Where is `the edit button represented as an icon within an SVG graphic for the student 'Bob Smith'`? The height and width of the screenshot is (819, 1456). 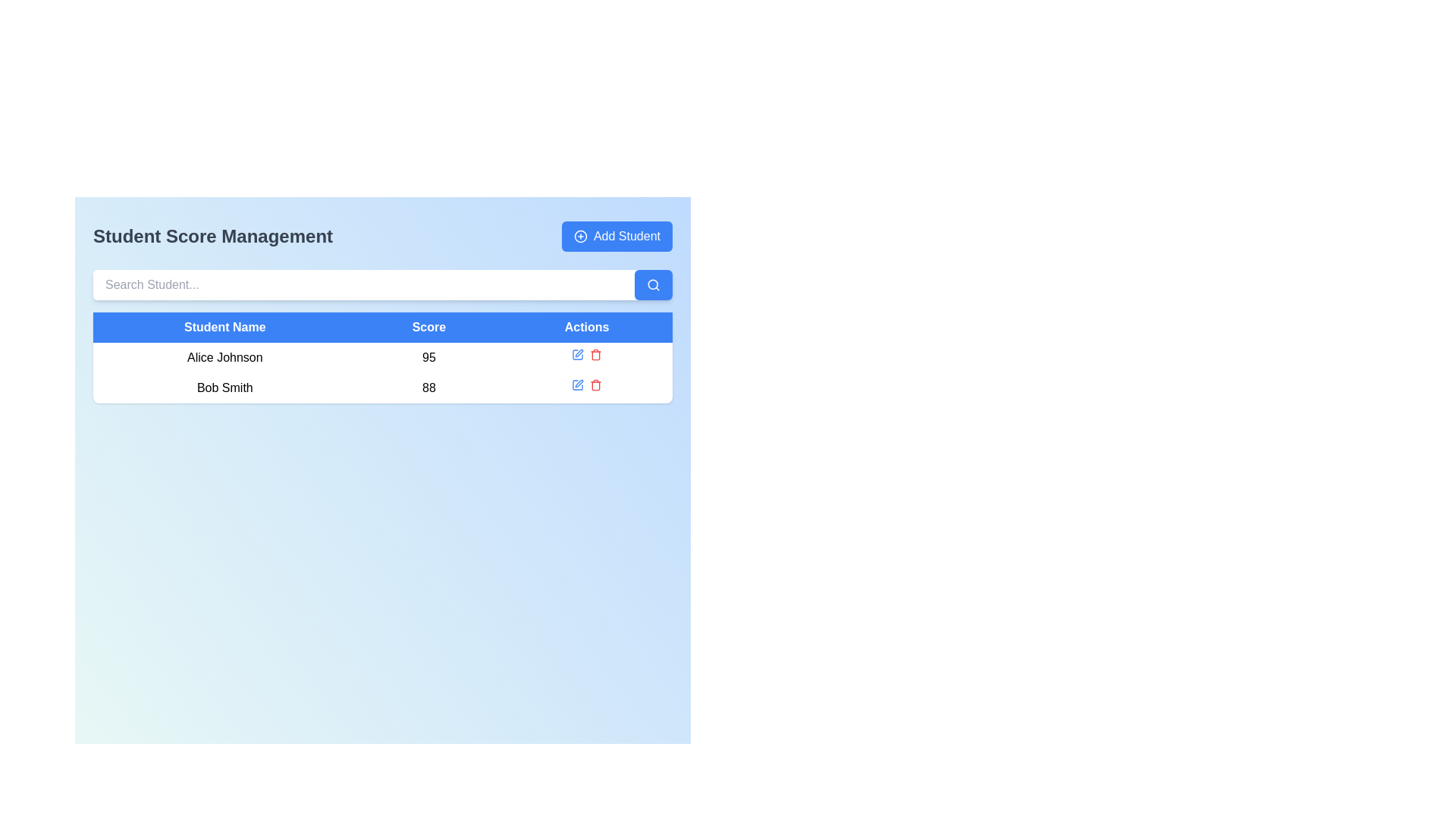 the edit button represented as an icon within an SVG graphic for the student 'Bob Smith' is located at coordinates (578, 353).